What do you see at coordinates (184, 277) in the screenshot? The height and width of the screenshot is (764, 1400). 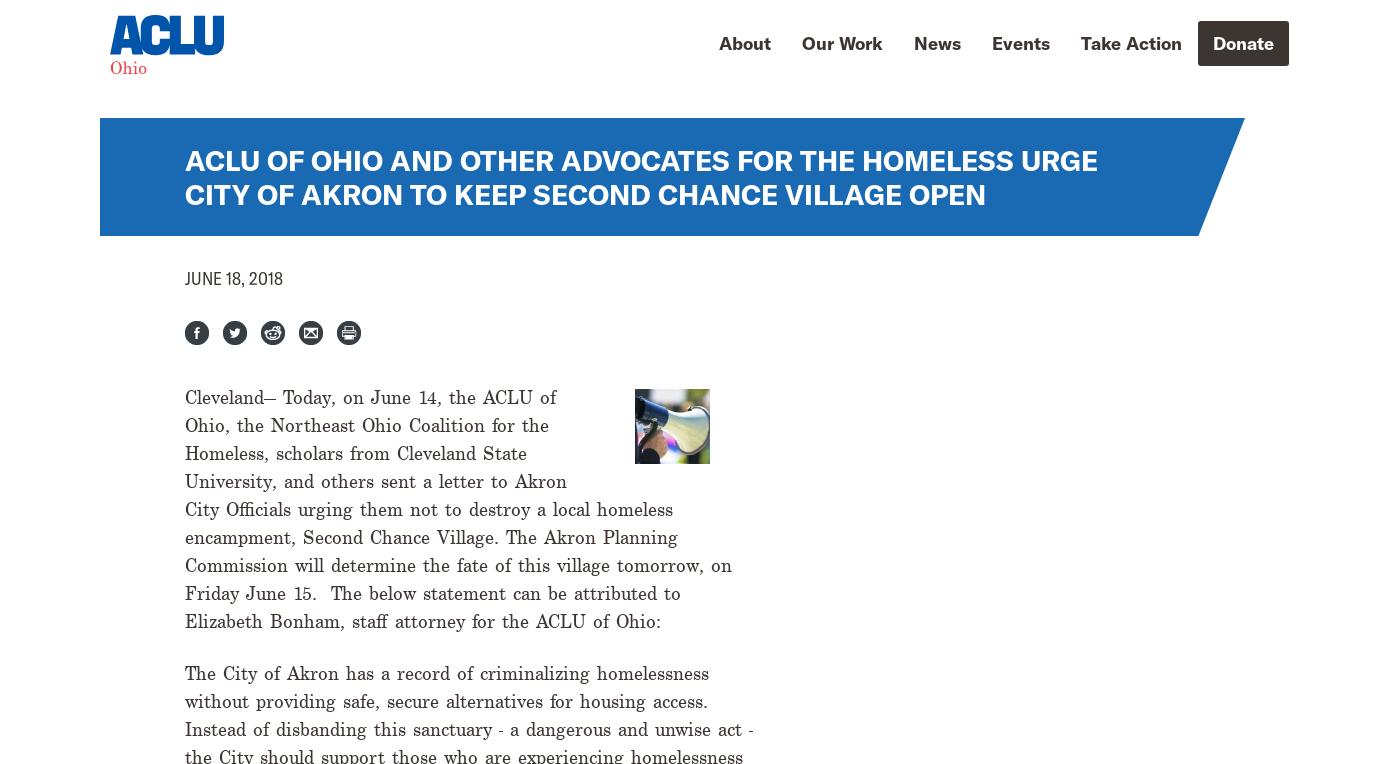 I see `'June 18, 2018'` at bounding box center [184, 277].